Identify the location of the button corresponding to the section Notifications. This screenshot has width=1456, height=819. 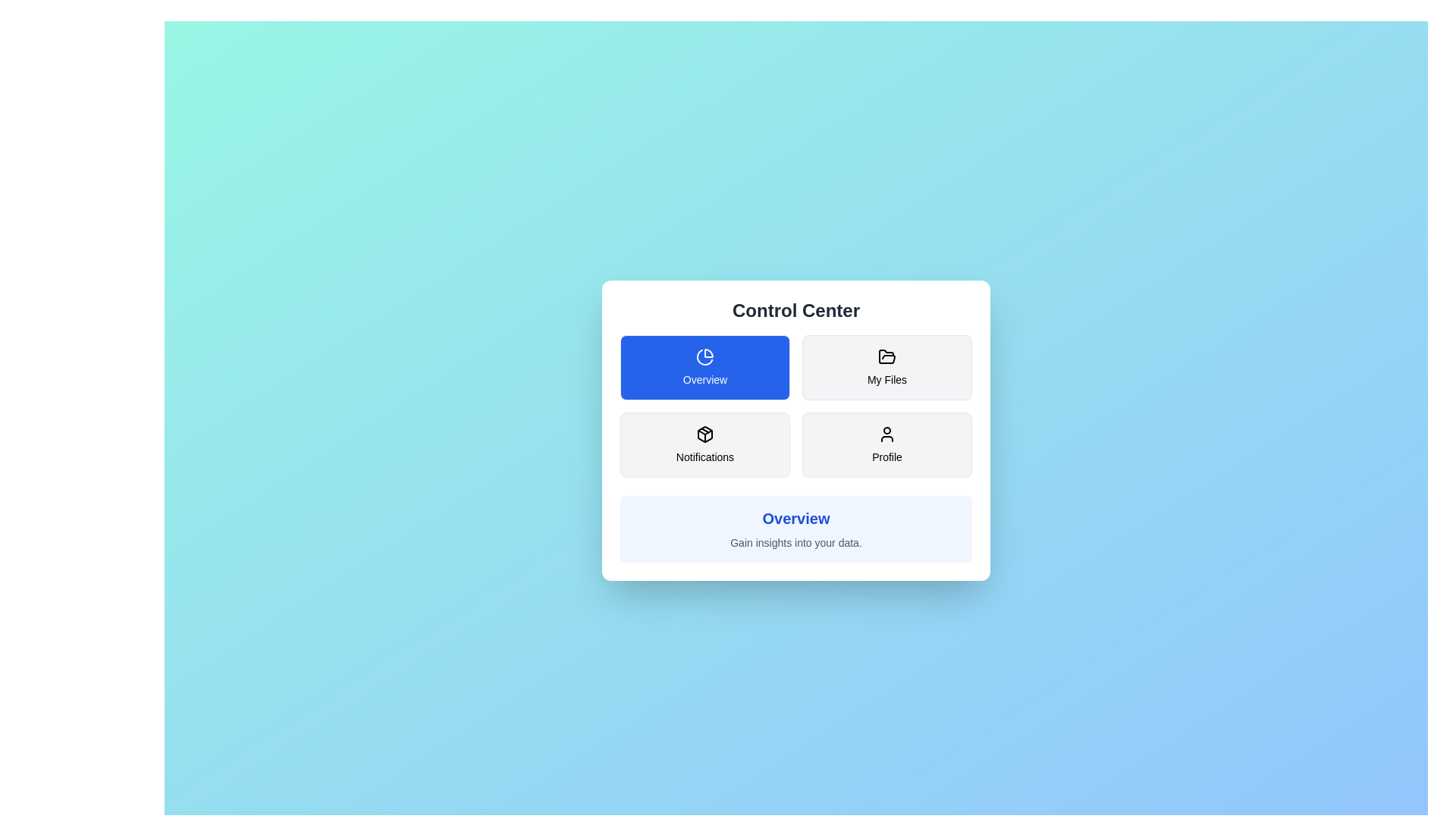
(704, 444).